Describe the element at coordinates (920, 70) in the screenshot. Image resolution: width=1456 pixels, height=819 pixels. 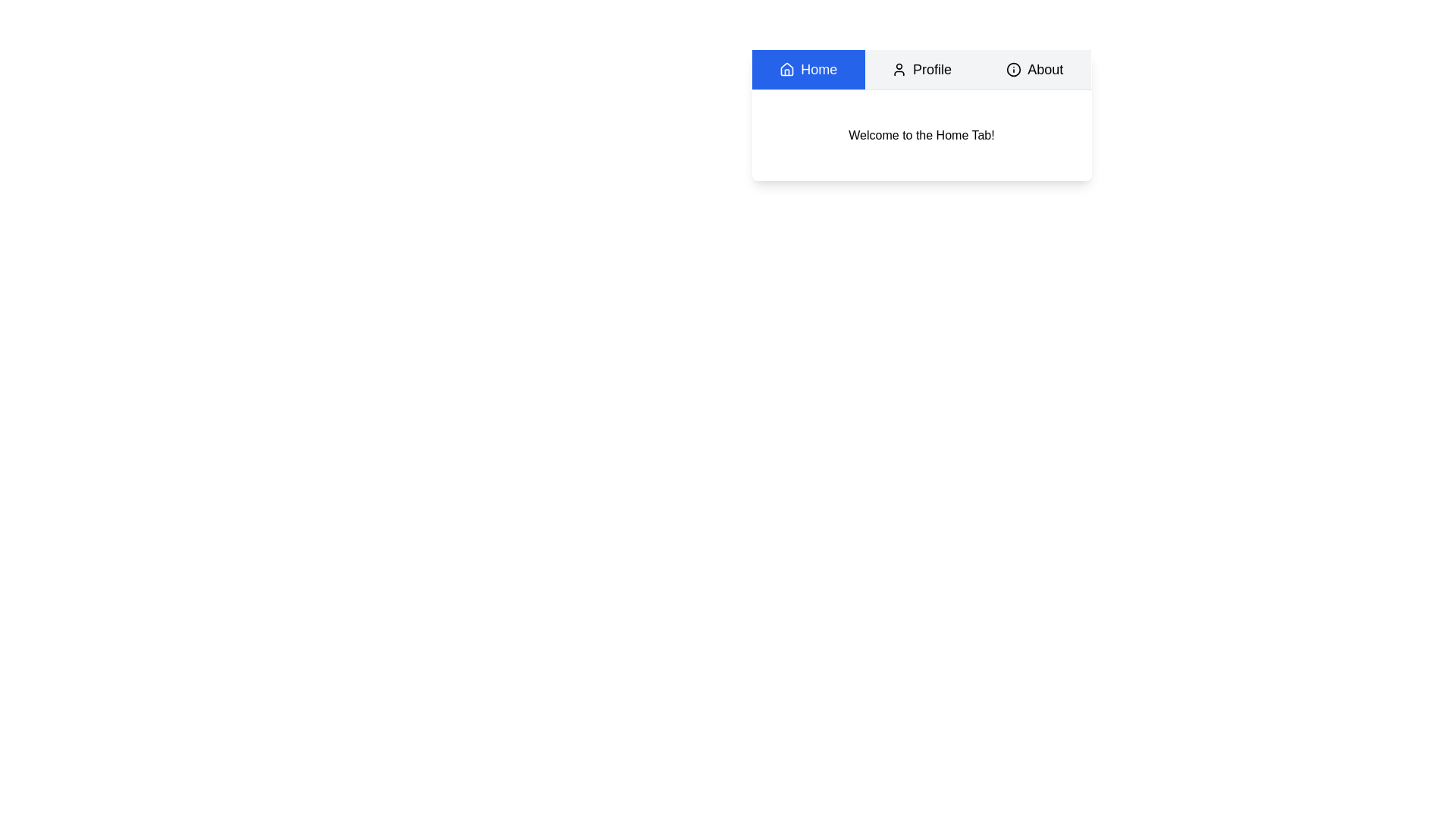
I see `the 'Profile' tab to switch to the Profile section` at that location.